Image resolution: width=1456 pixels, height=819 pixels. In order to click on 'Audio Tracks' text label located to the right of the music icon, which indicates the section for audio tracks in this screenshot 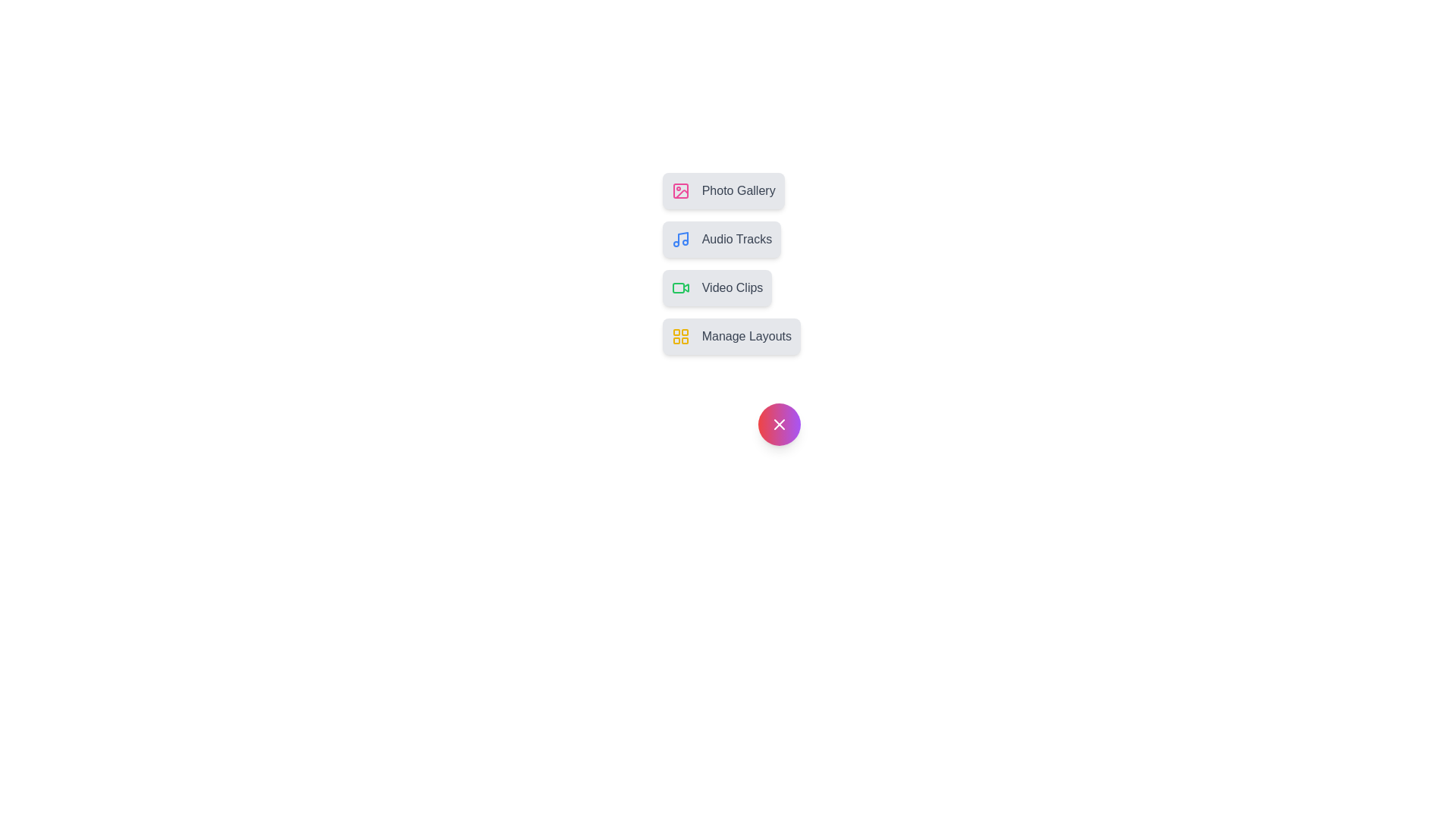, I will do `click(736, 239)`.